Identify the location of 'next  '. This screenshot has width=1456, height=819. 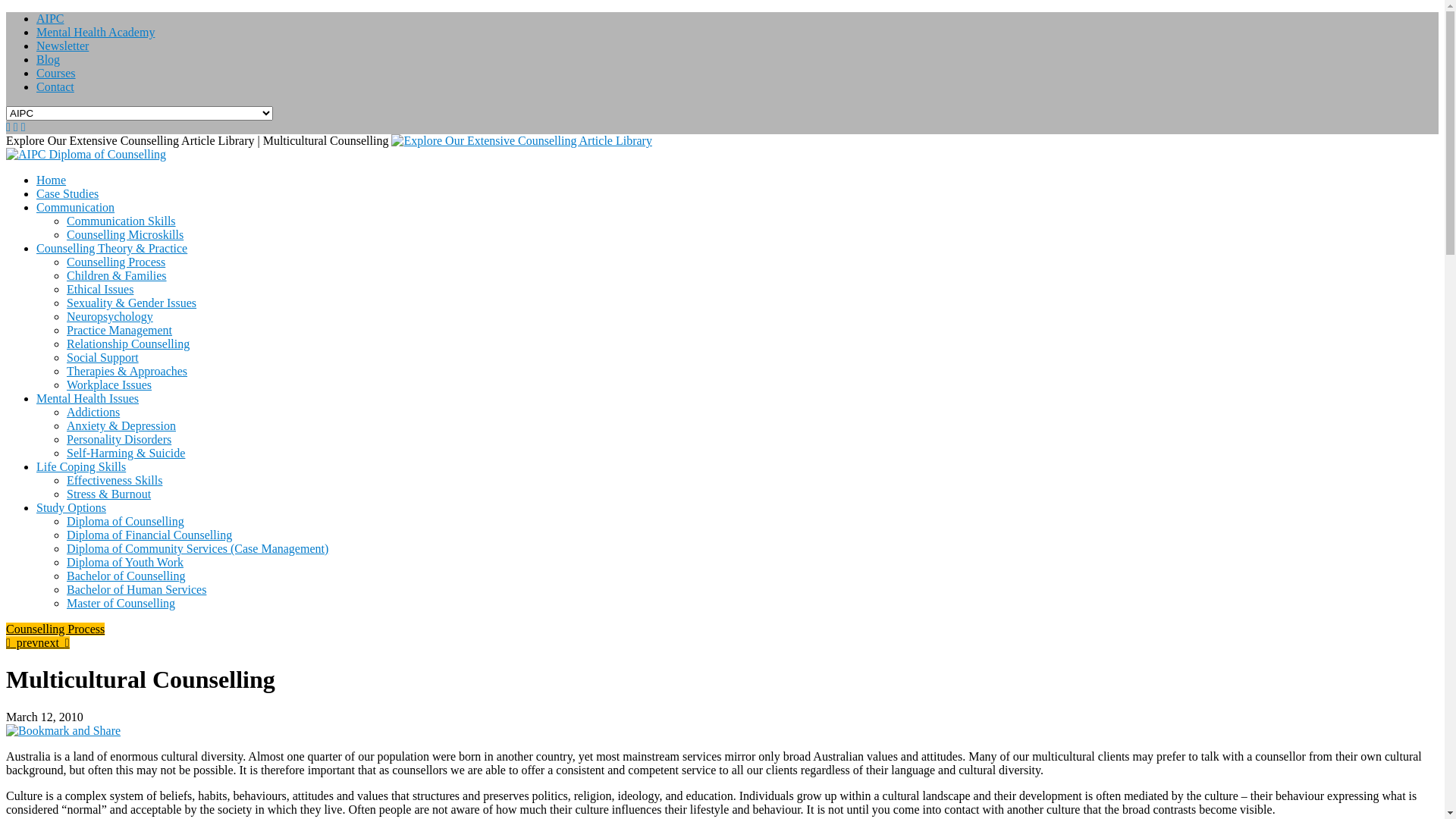
(37, 642).